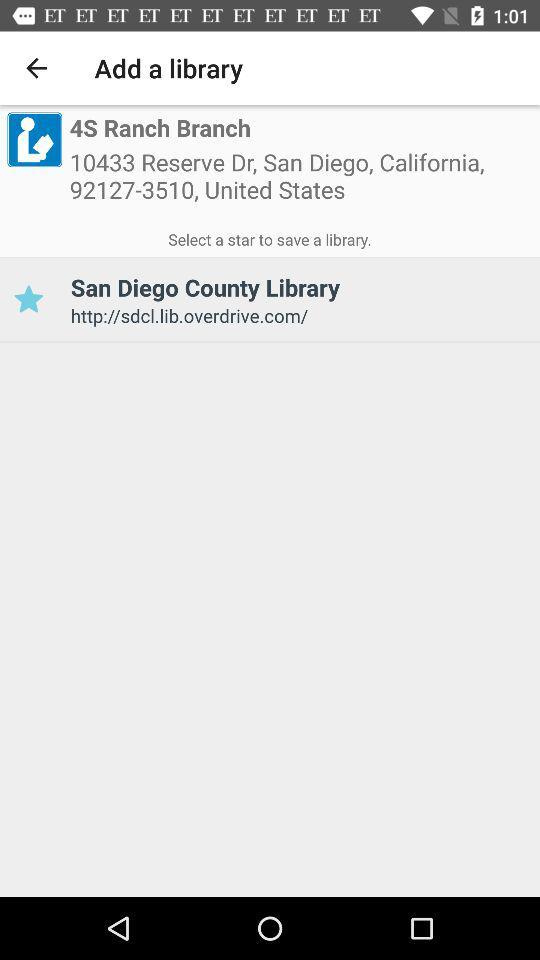 This screenshot has width=540, height=960. I want to click on 10433 reserve dr icon, so click(300, 182).